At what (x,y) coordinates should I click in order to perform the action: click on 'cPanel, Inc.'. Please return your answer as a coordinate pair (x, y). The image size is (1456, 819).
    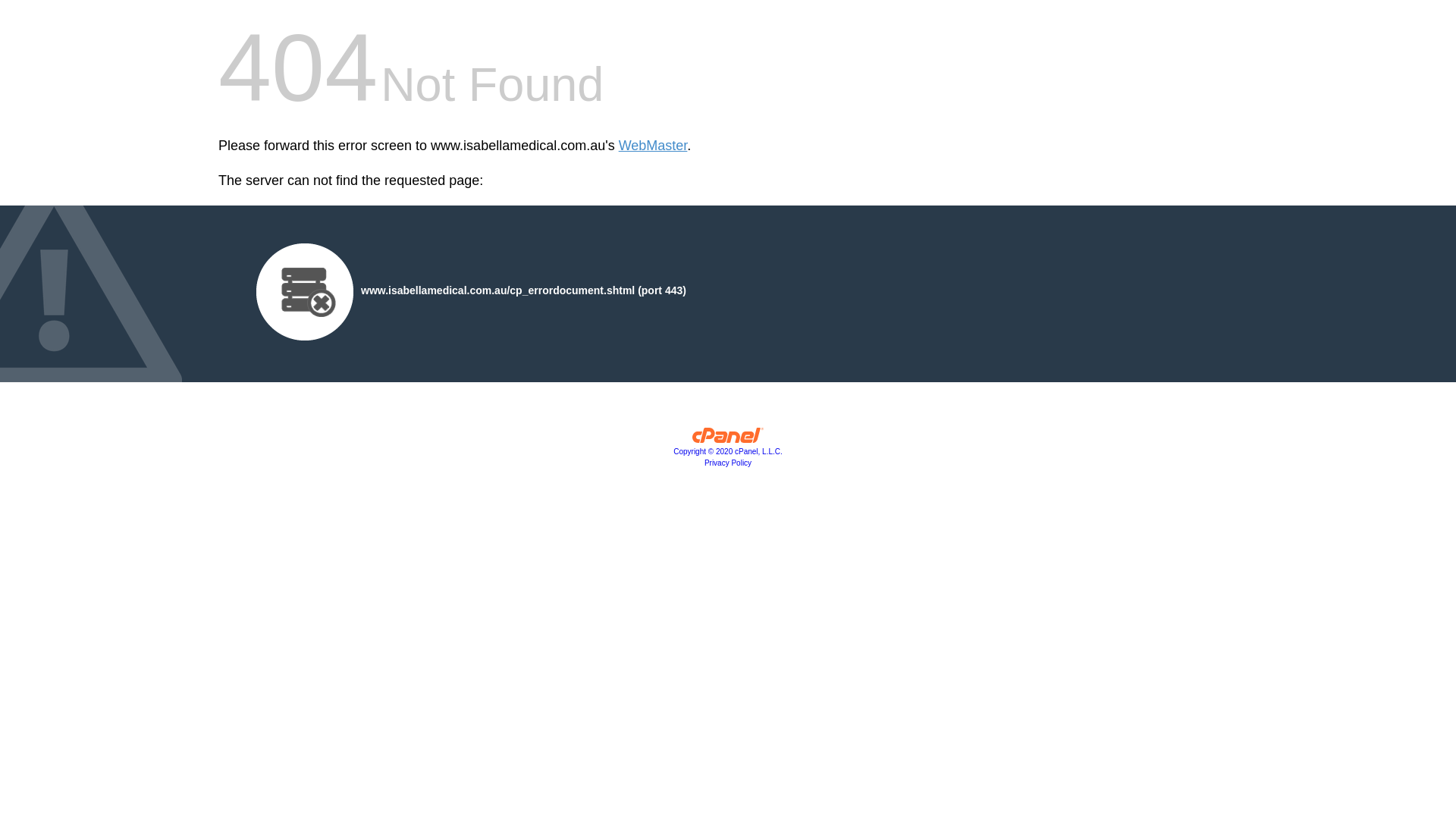
    Looking at the image, I should click on (728, 438).